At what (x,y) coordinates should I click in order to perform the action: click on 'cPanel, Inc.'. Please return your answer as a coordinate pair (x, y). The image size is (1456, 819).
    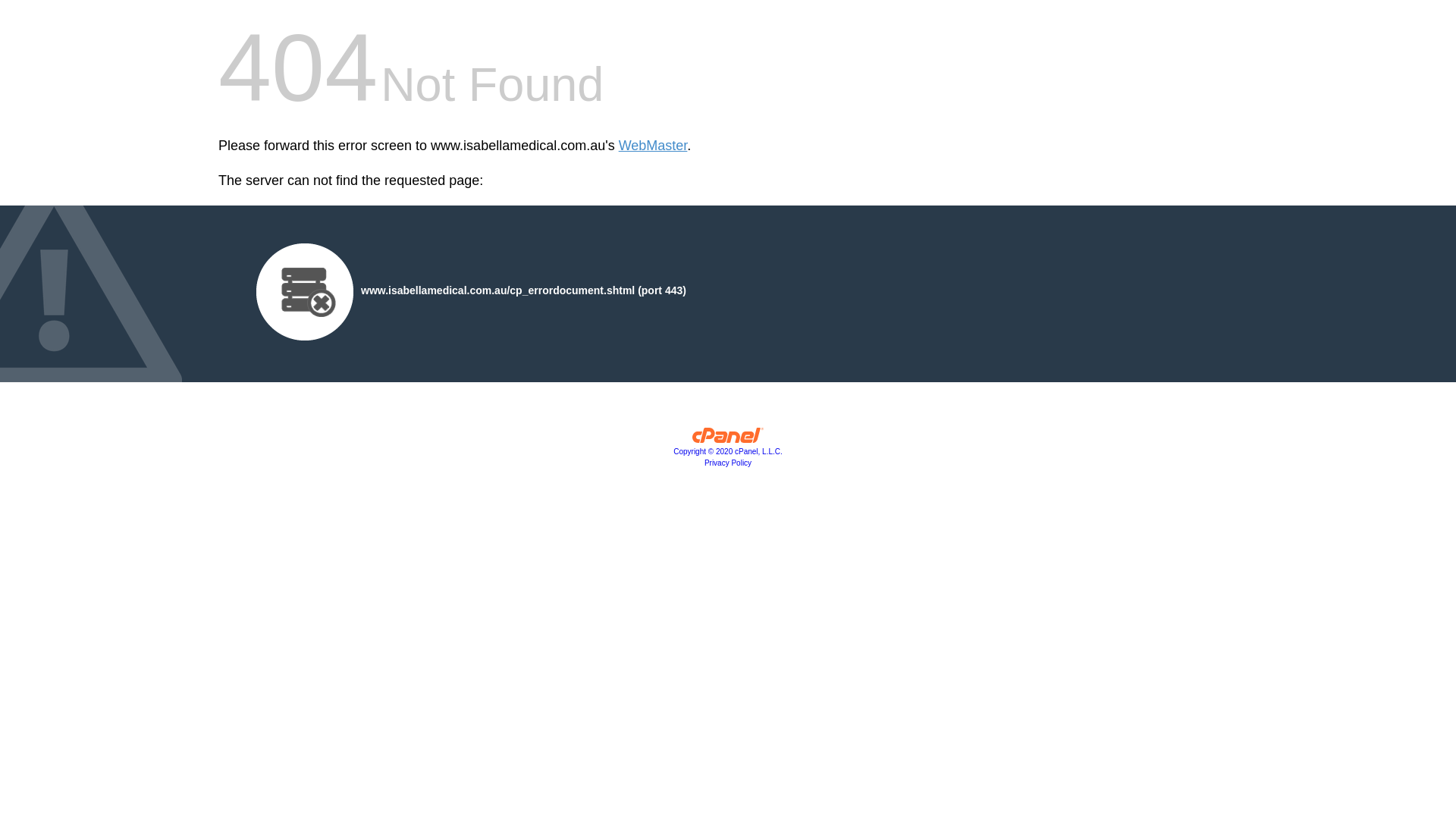
    Looking at the image, I should click on (728, 438).